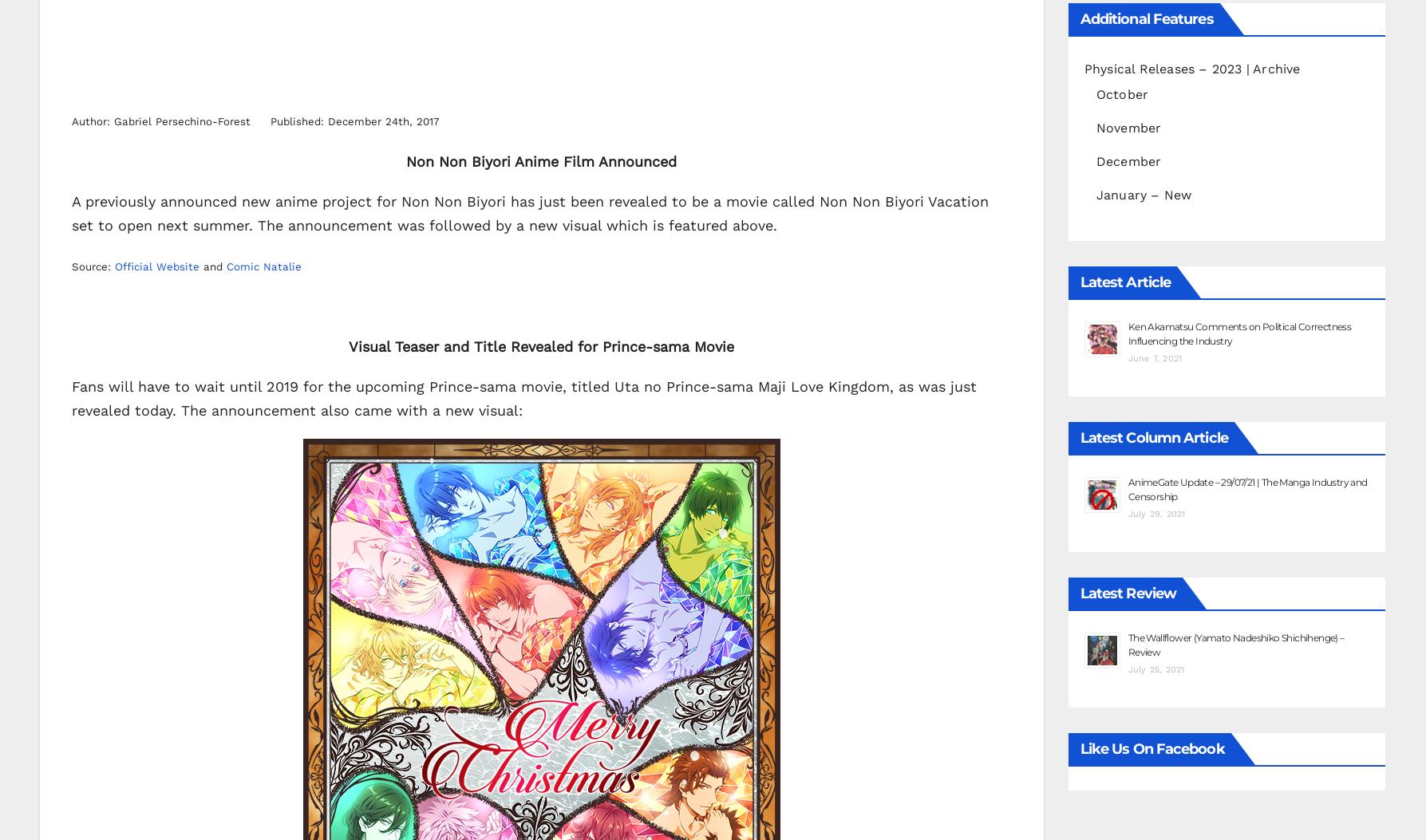  What do you see at coordinates (1124, 280) in the screenshot?
I see `'Latest Article'` at bounding box center [1124, 280].